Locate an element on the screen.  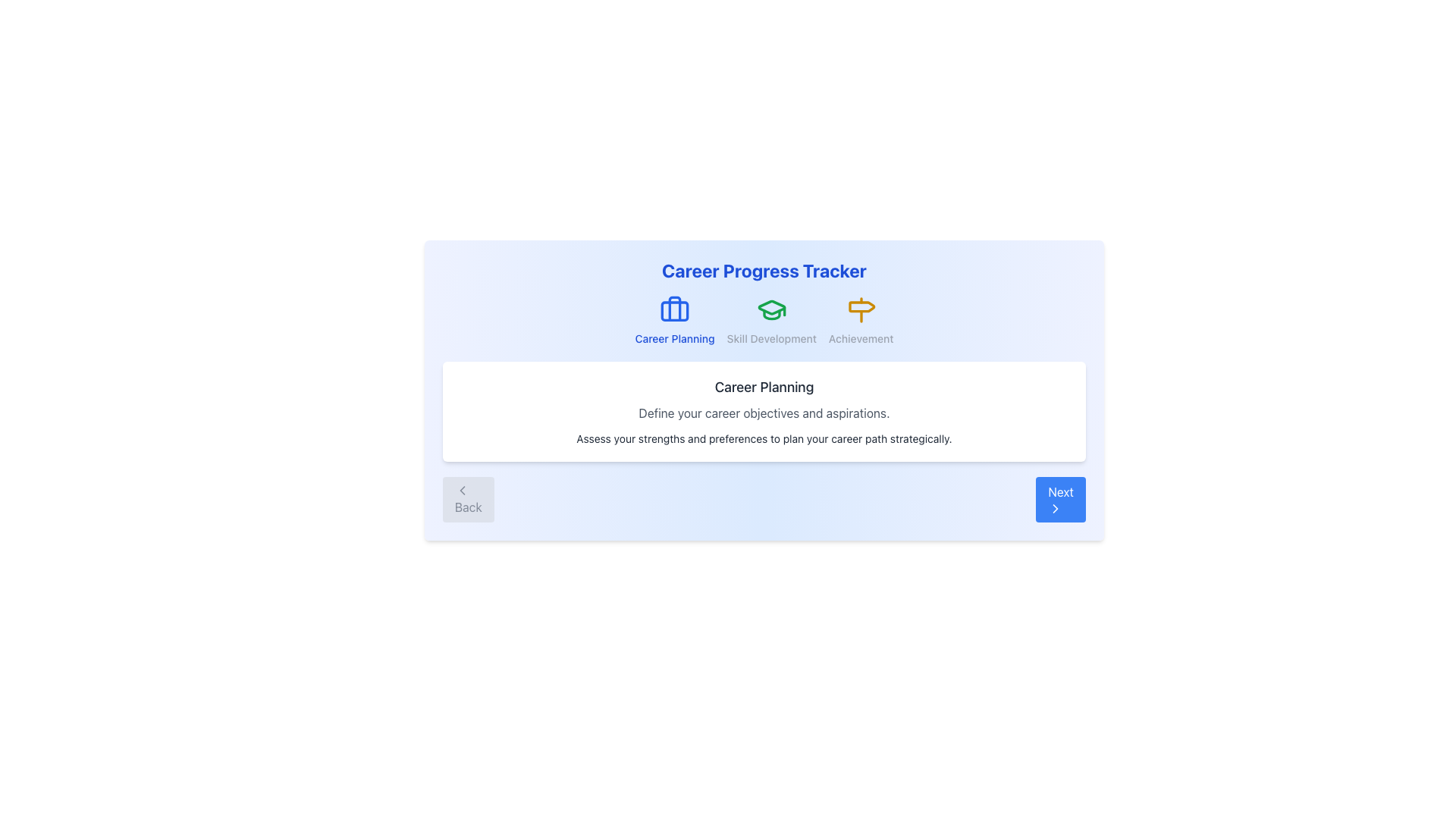
the right-chevron icon inside the 'Next' button located at the bottom right of the interface for visual feedback is located at coordinates (1055, 509).